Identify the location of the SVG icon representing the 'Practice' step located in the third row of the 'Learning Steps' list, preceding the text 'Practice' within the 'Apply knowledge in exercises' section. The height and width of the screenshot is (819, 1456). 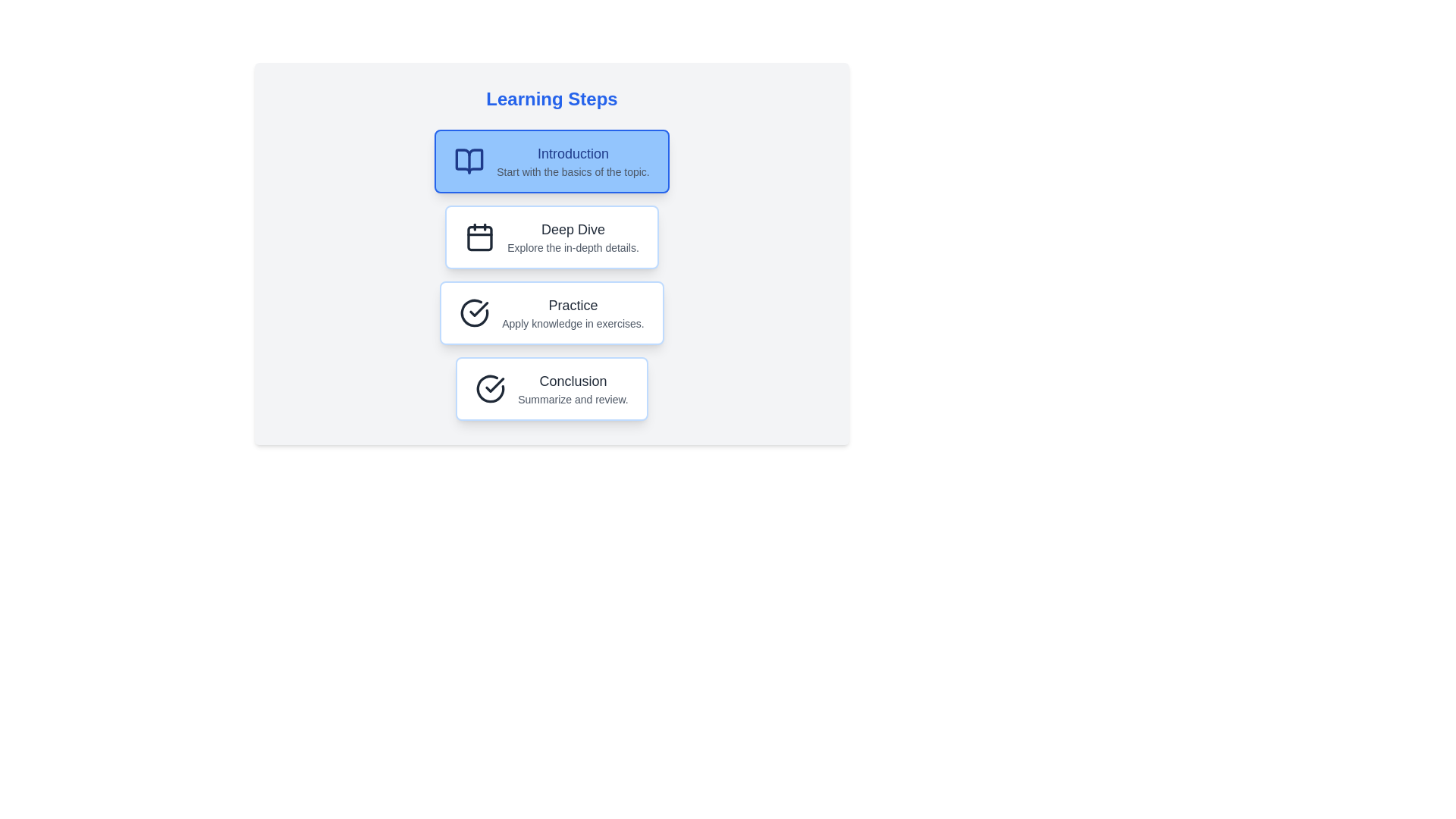
(474, 312).